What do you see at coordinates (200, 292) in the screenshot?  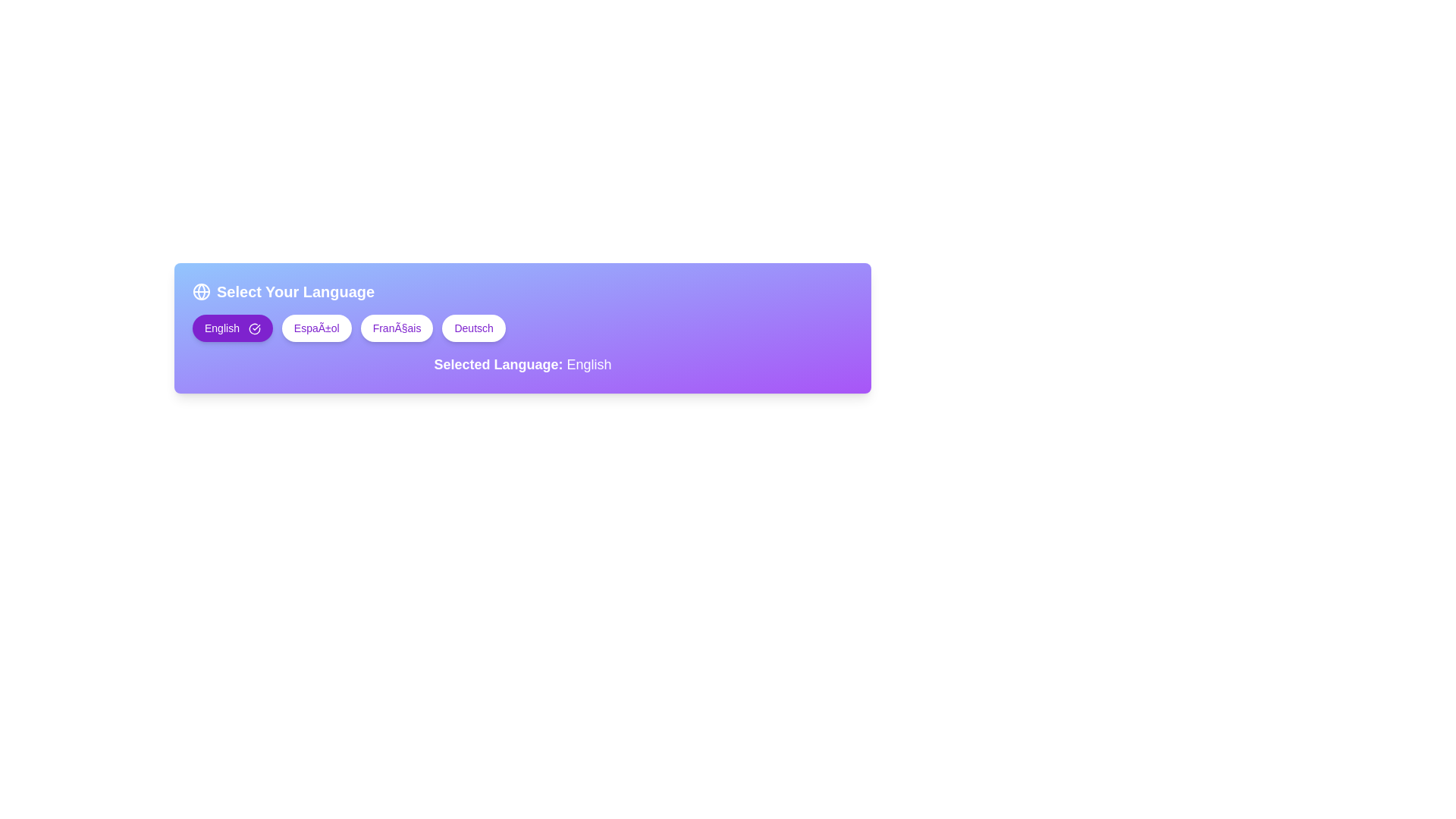 I see `the circular graphical element located at the top left corner of the globe image near the 'Select Your Language' text` at bounding box center [200, 292].